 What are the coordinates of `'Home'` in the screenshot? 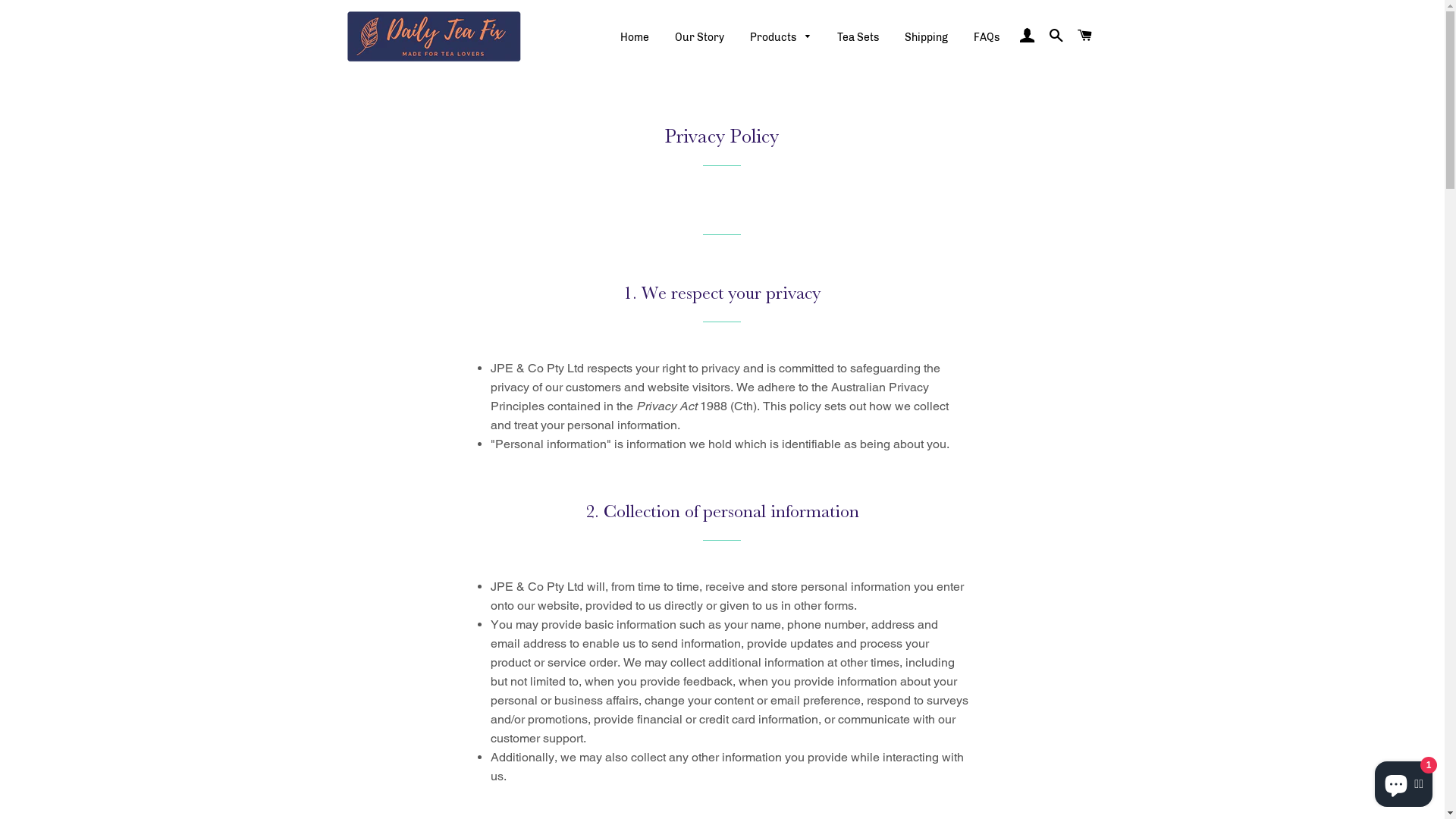 It's located at (634, 37).